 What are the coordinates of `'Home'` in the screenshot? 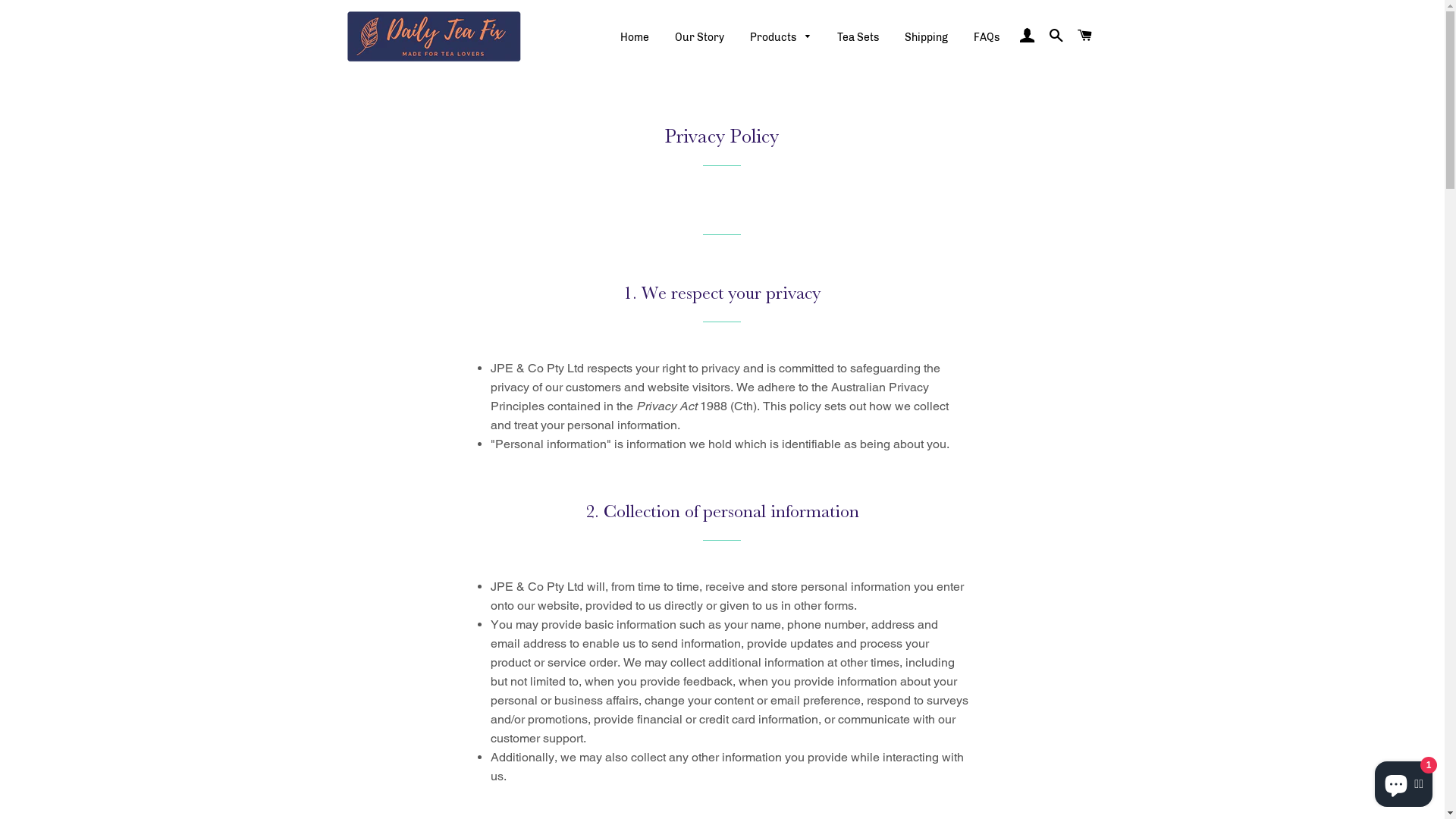 It's located at (634, 37).